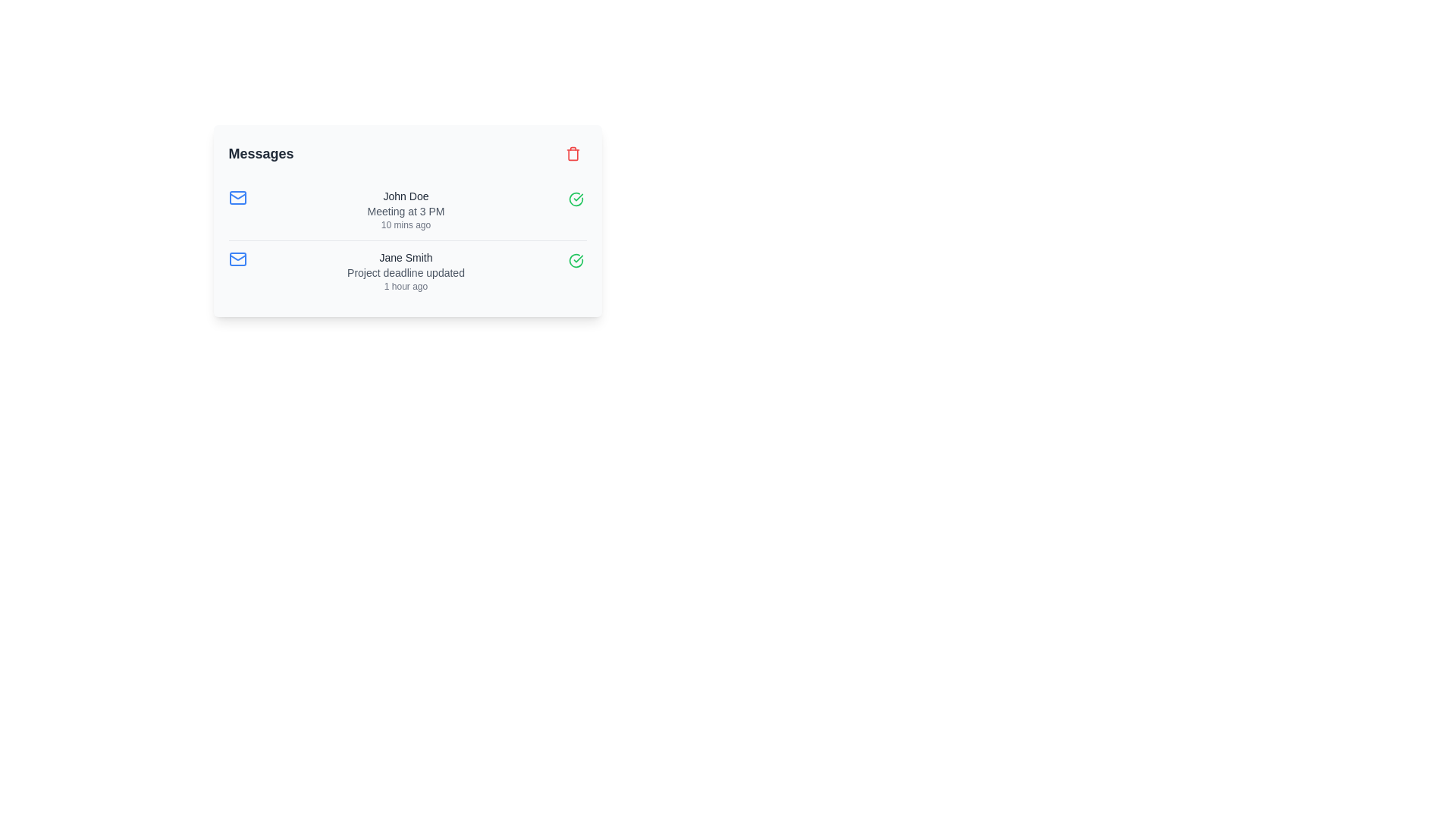 This screenshot has height=819, width=1456. Describe the element at coordinates (572, 154) in the screenshot. I see `the prominent red trash can icon located in the upper-right corner of the 'Messages' card` at that location.